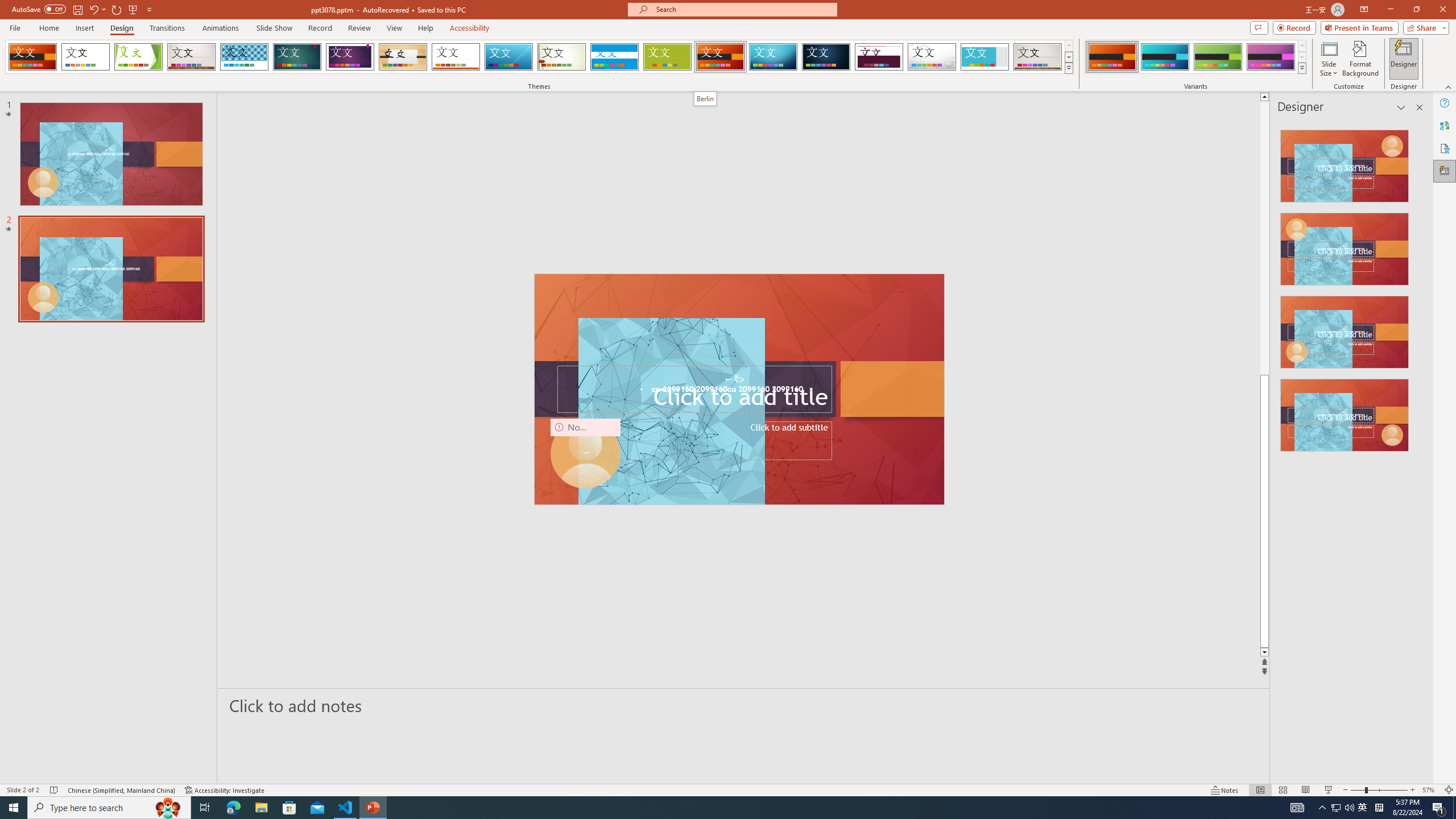  What do you see at coordinates (1111, 56) in the screenshot?
I see `'Berlin Variant 1'` at bounding box center [1111, 56].